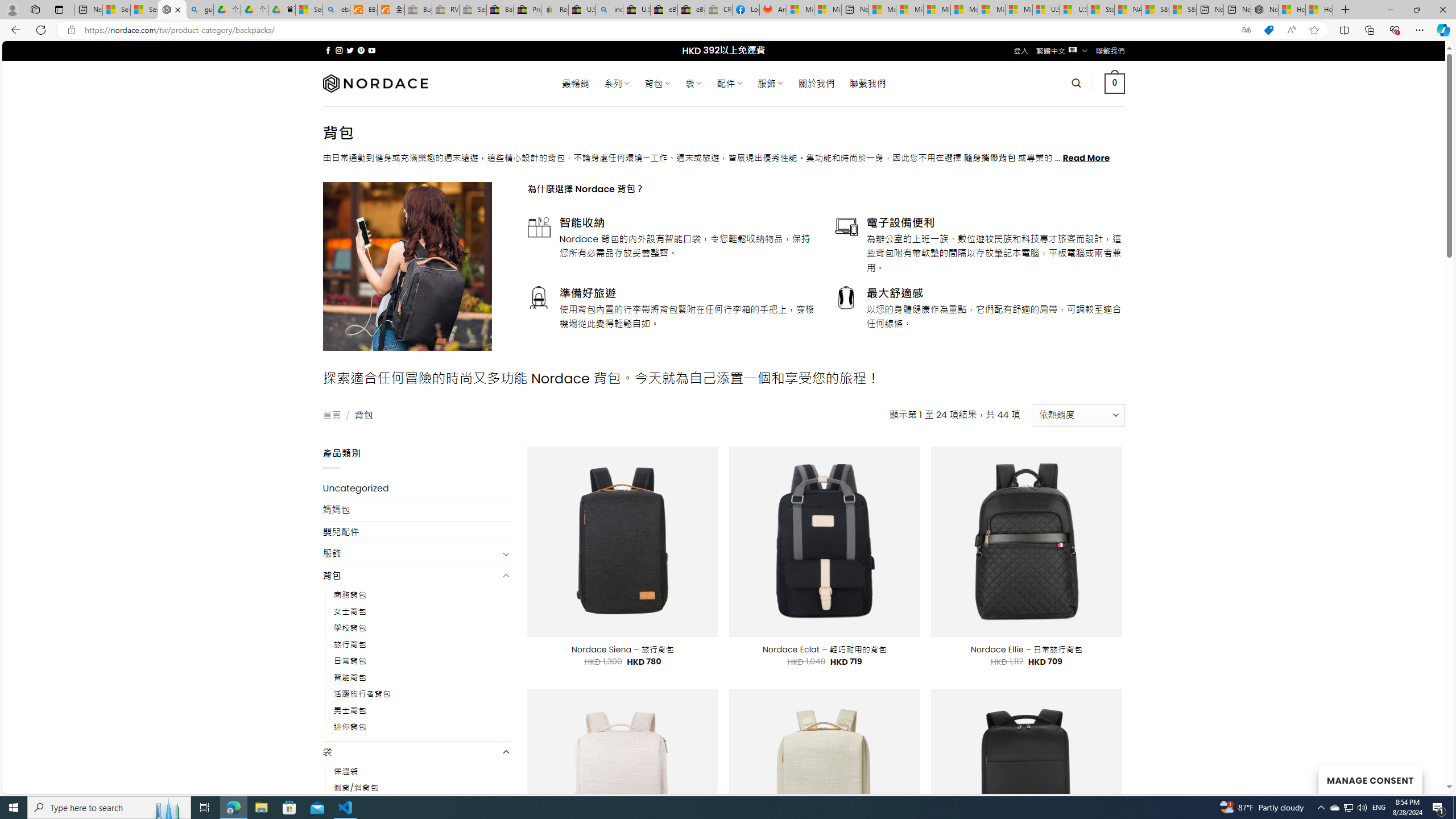  I want to click on ' 0 ', so click(1115, 82).